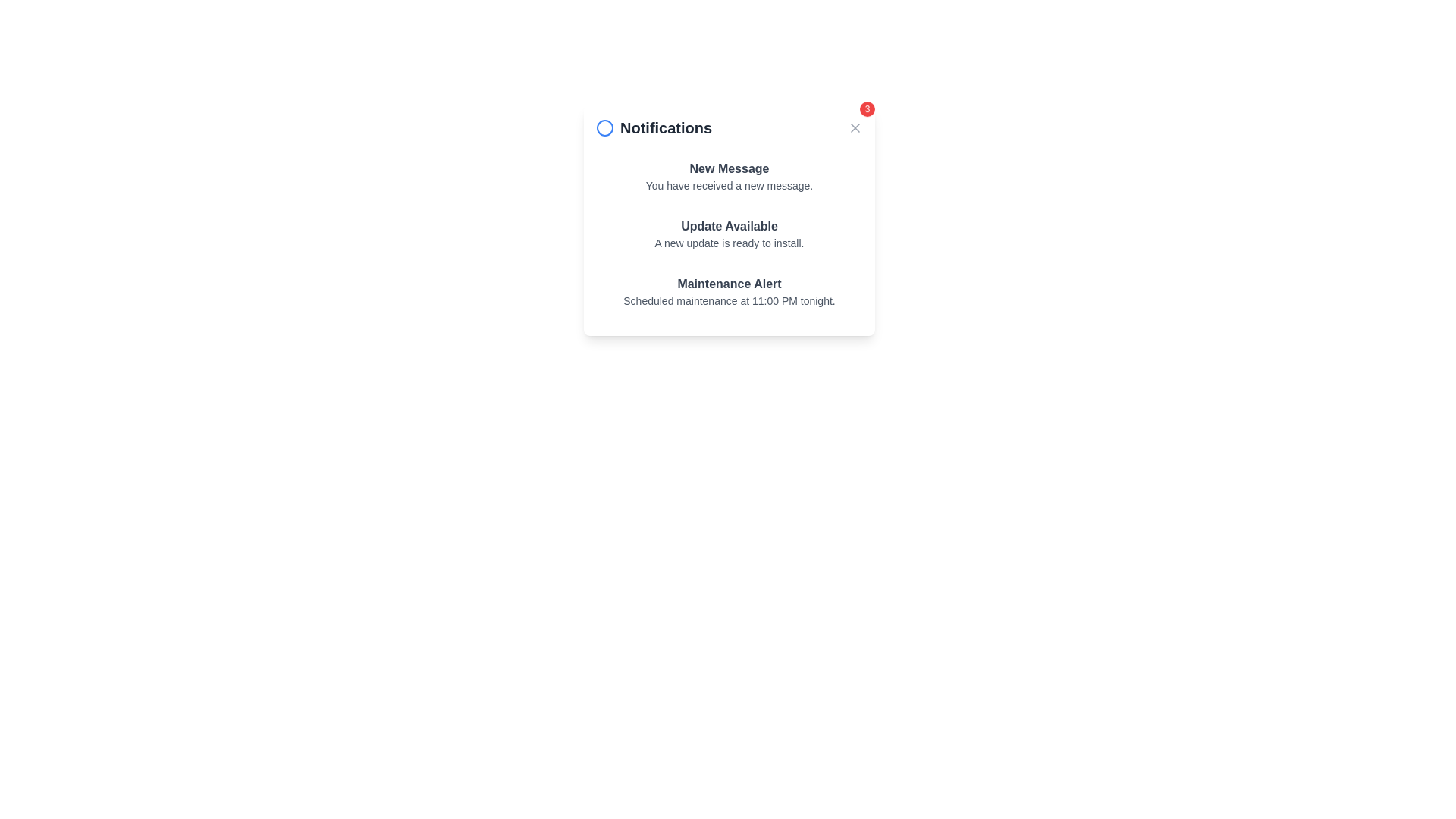  I want to click on the first notification item in the notification panel, so click(729, 175).